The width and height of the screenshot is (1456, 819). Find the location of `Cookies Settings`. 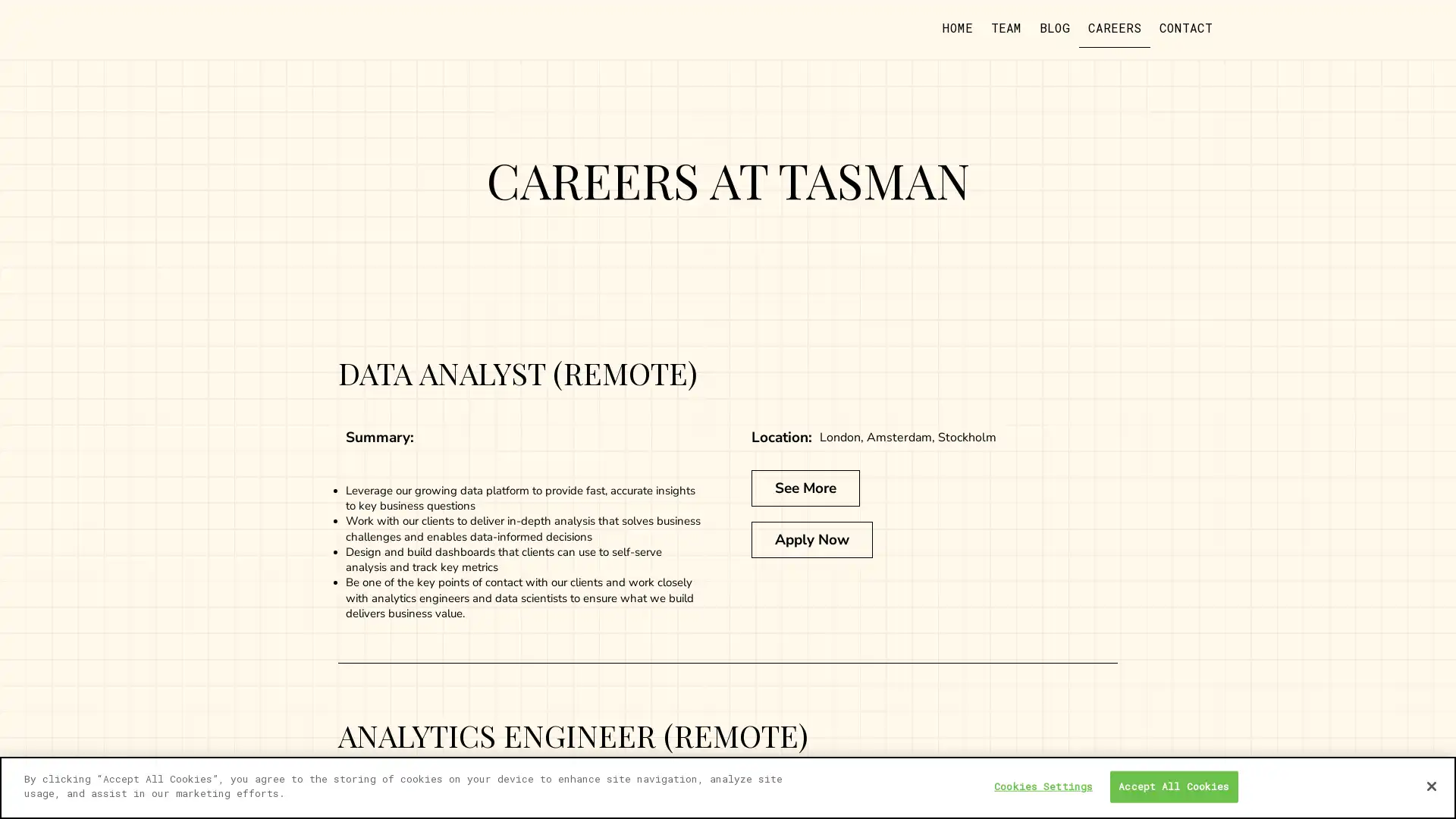

Cookies Settings is located at coordinates (1043, 786).